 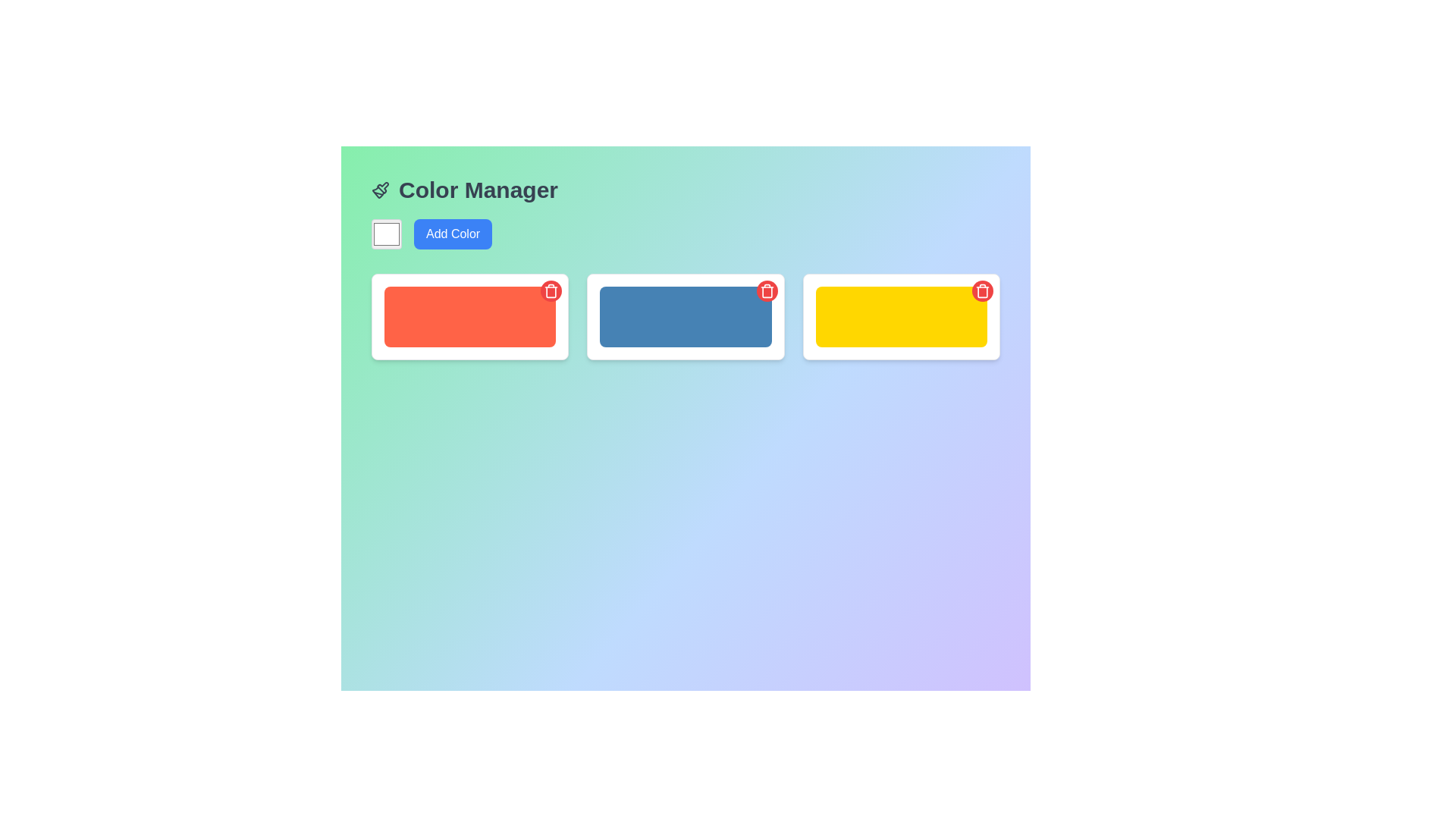 What do you see at coordinates (685, 315) in the screenshot?
I see `the blue color representation box, which is the second item in a row of three grid-based blocks` at bounding box center [685, 315].